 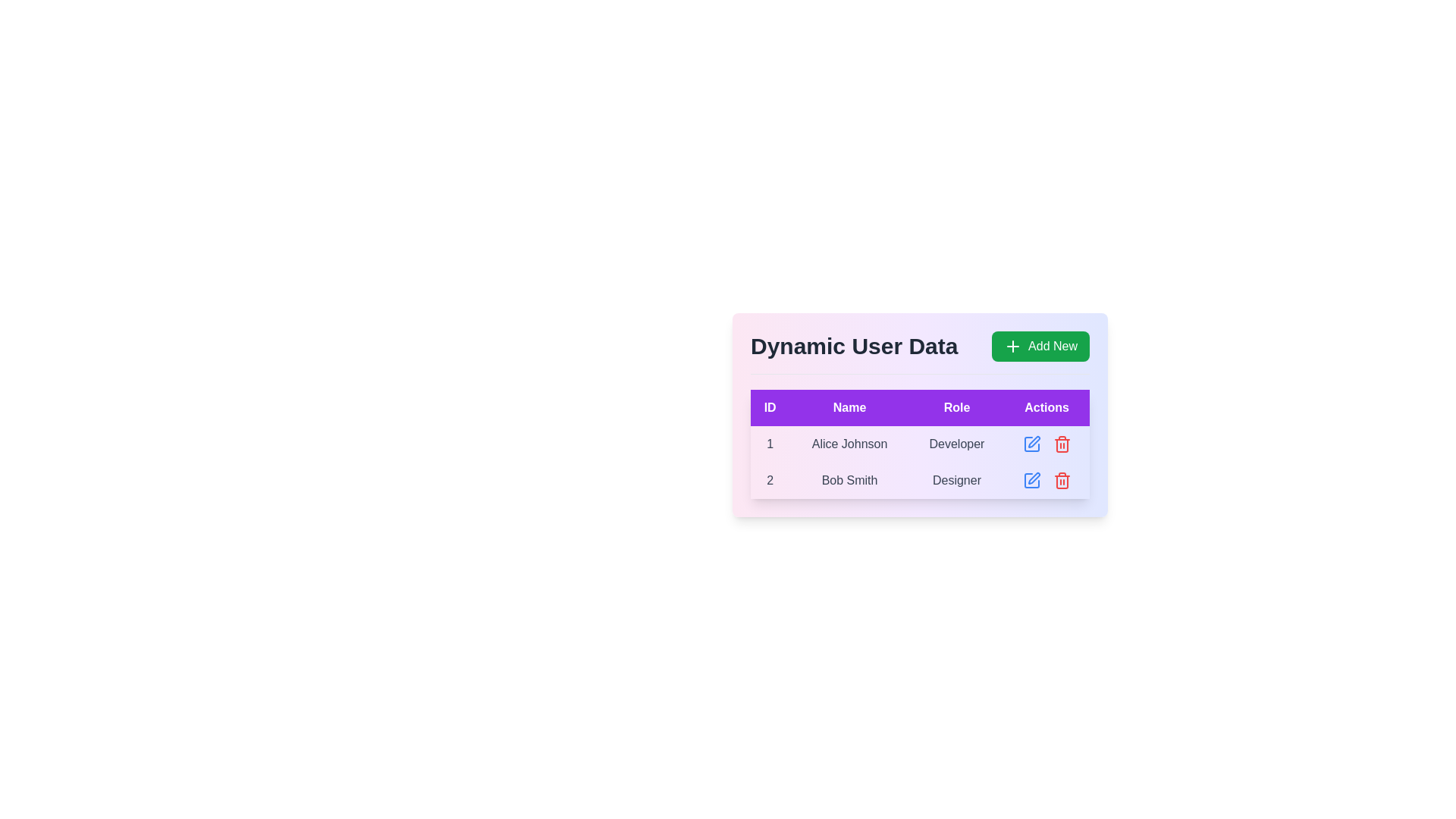 I want to click on the Text item representing an ID or order index in the first column of the row containing 'Alice Johnson, Developer', so click(x=770, y=444).